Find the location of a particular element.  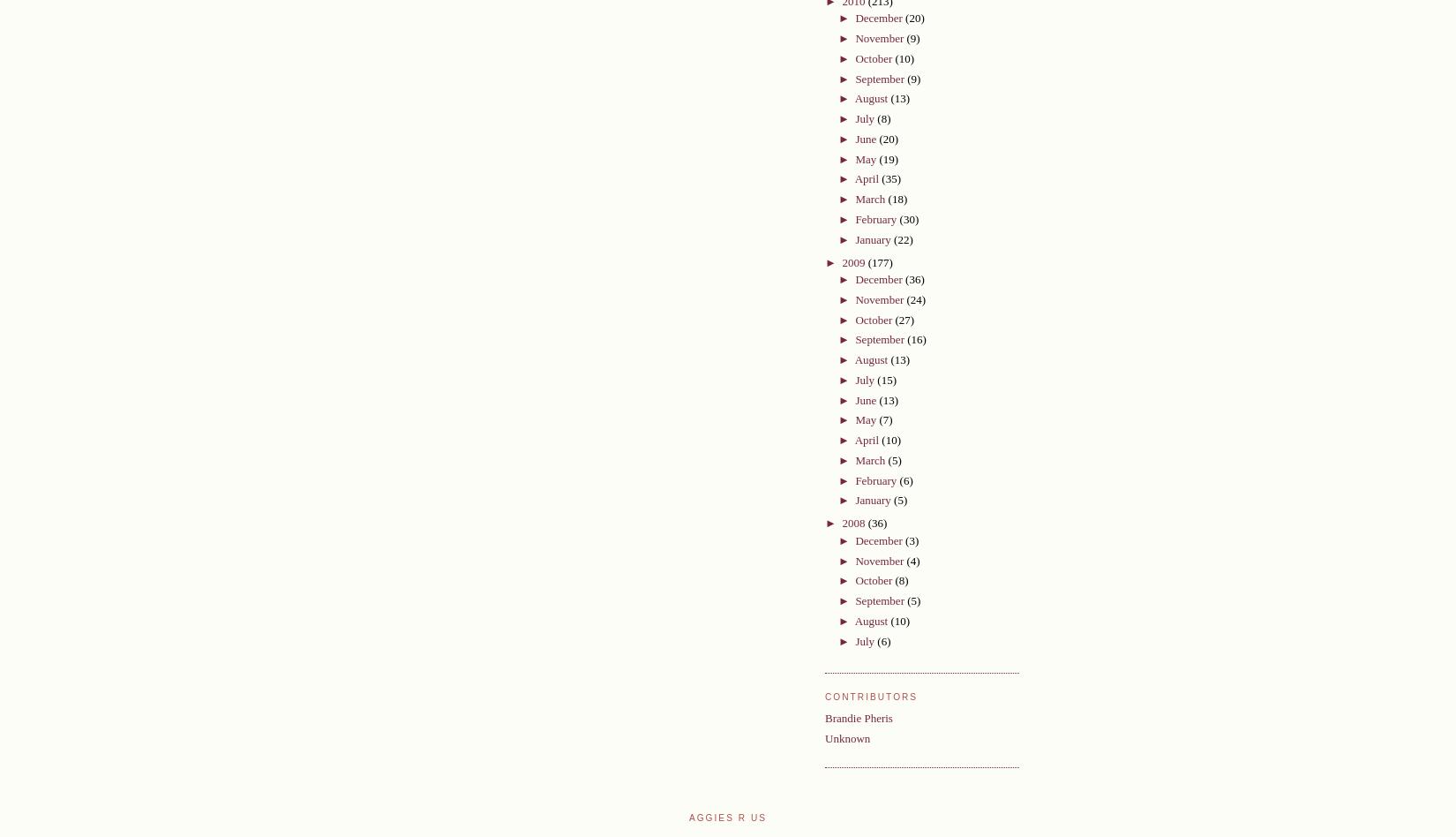

'(19)' is located at coordinates (878, 157).